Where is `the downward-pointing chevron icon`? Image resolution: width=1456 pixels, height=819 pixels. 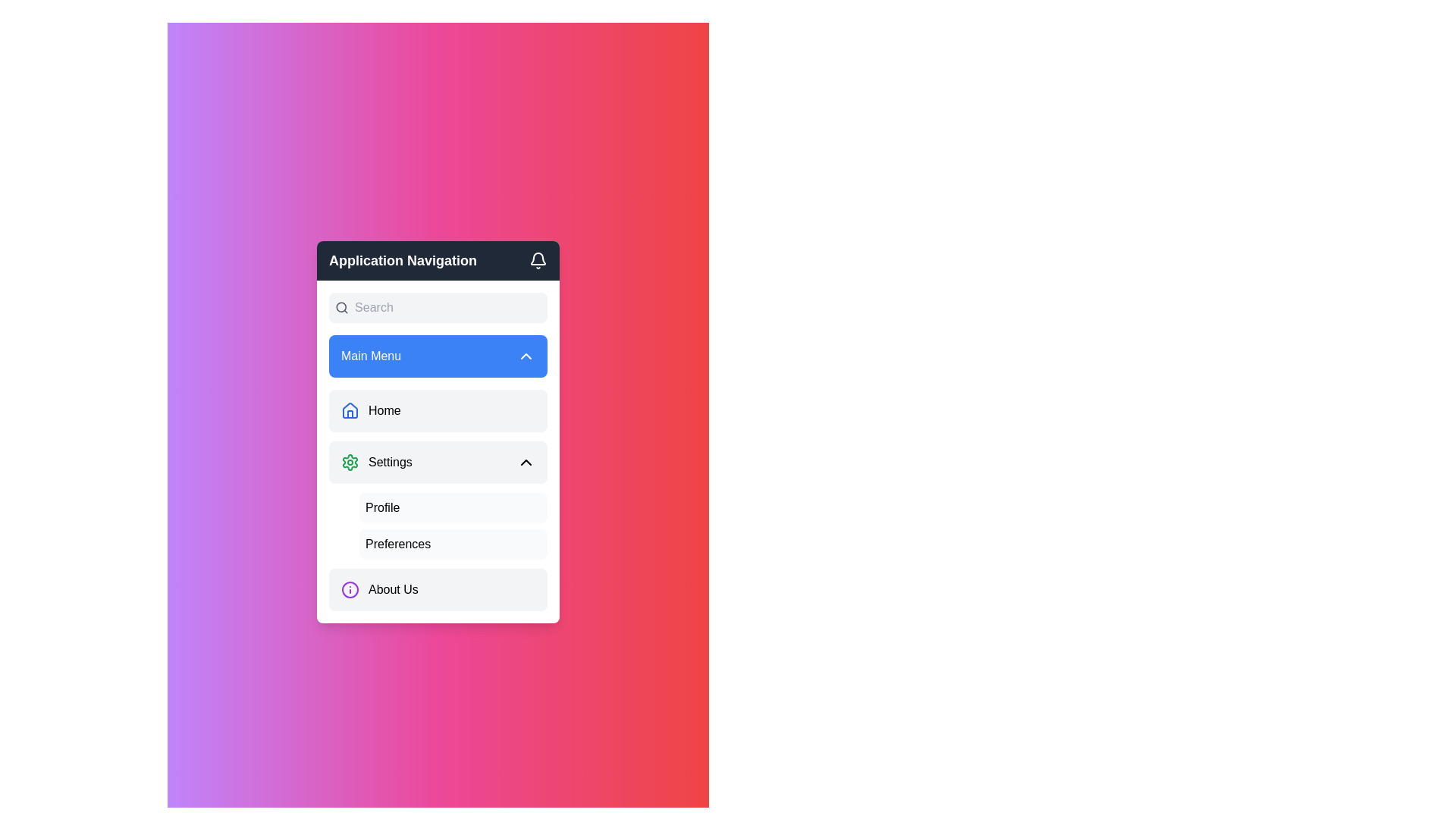
the downward-pointing chevron icon is located at coordinates (526, 356).